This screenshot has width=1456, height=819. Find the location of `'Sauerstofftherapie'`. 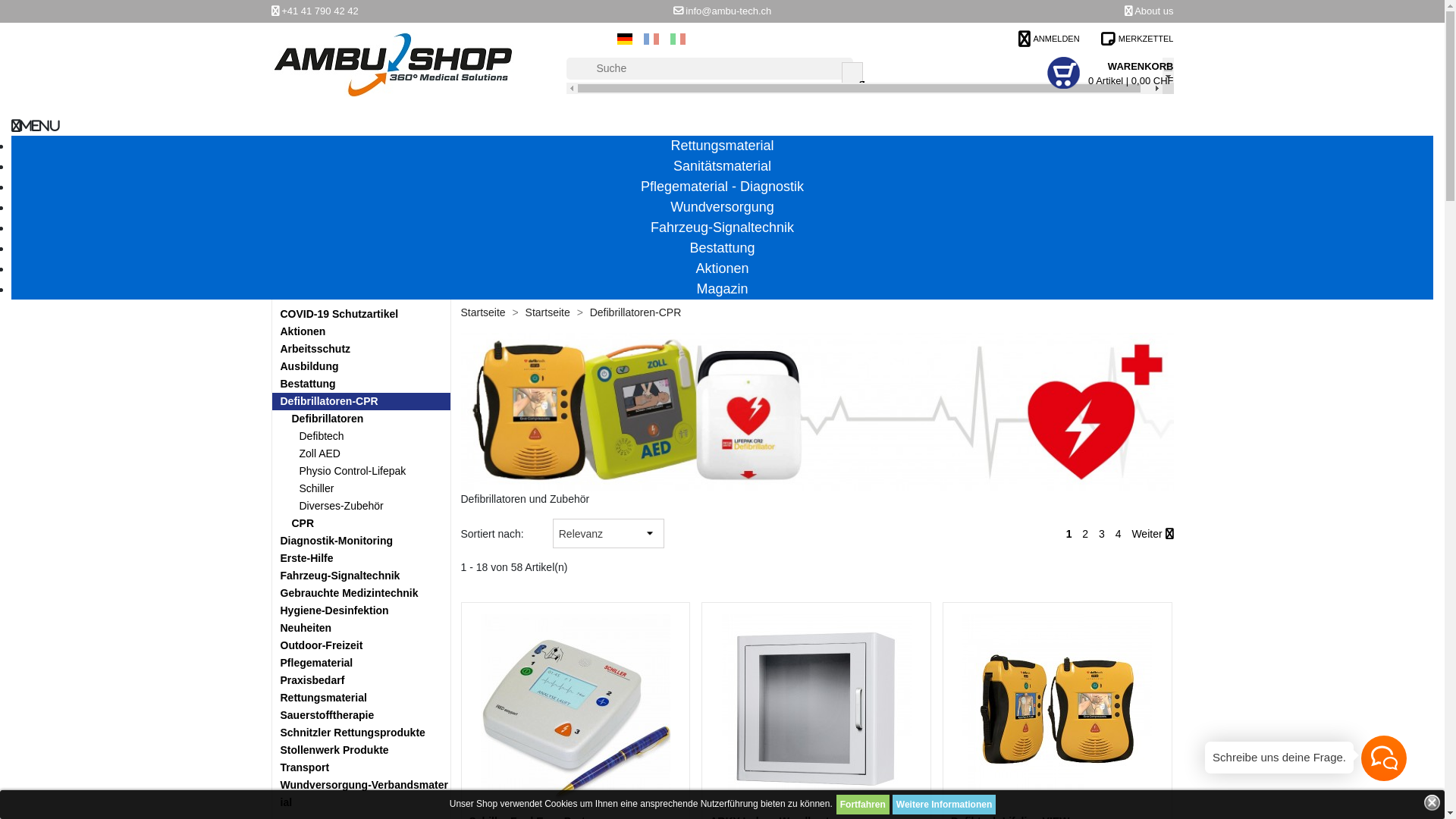

'Sauerstofftherapie' is located at coordinates (359, 715).